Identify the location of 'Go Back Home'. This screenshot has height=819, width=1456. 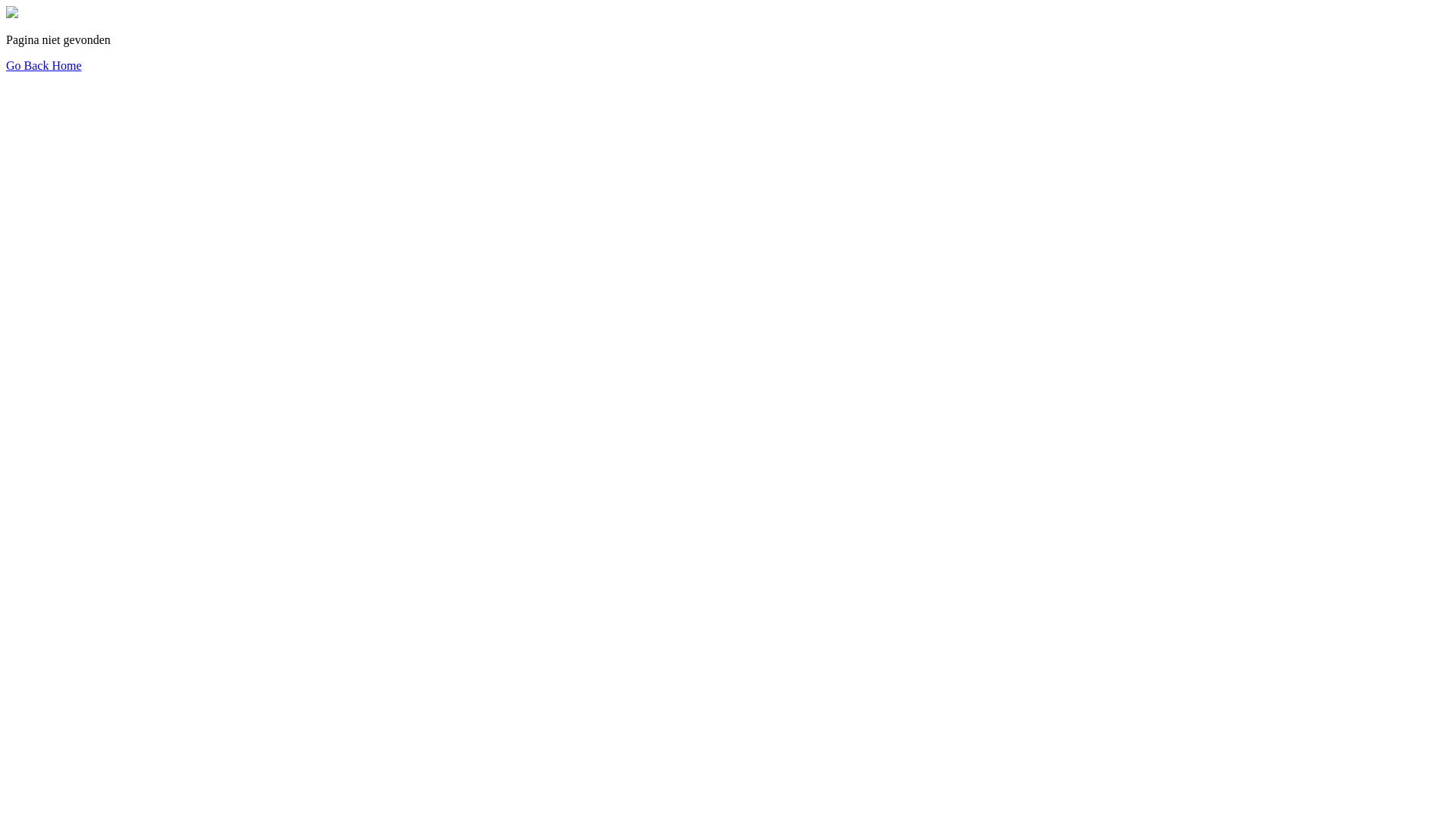
(43, 64).